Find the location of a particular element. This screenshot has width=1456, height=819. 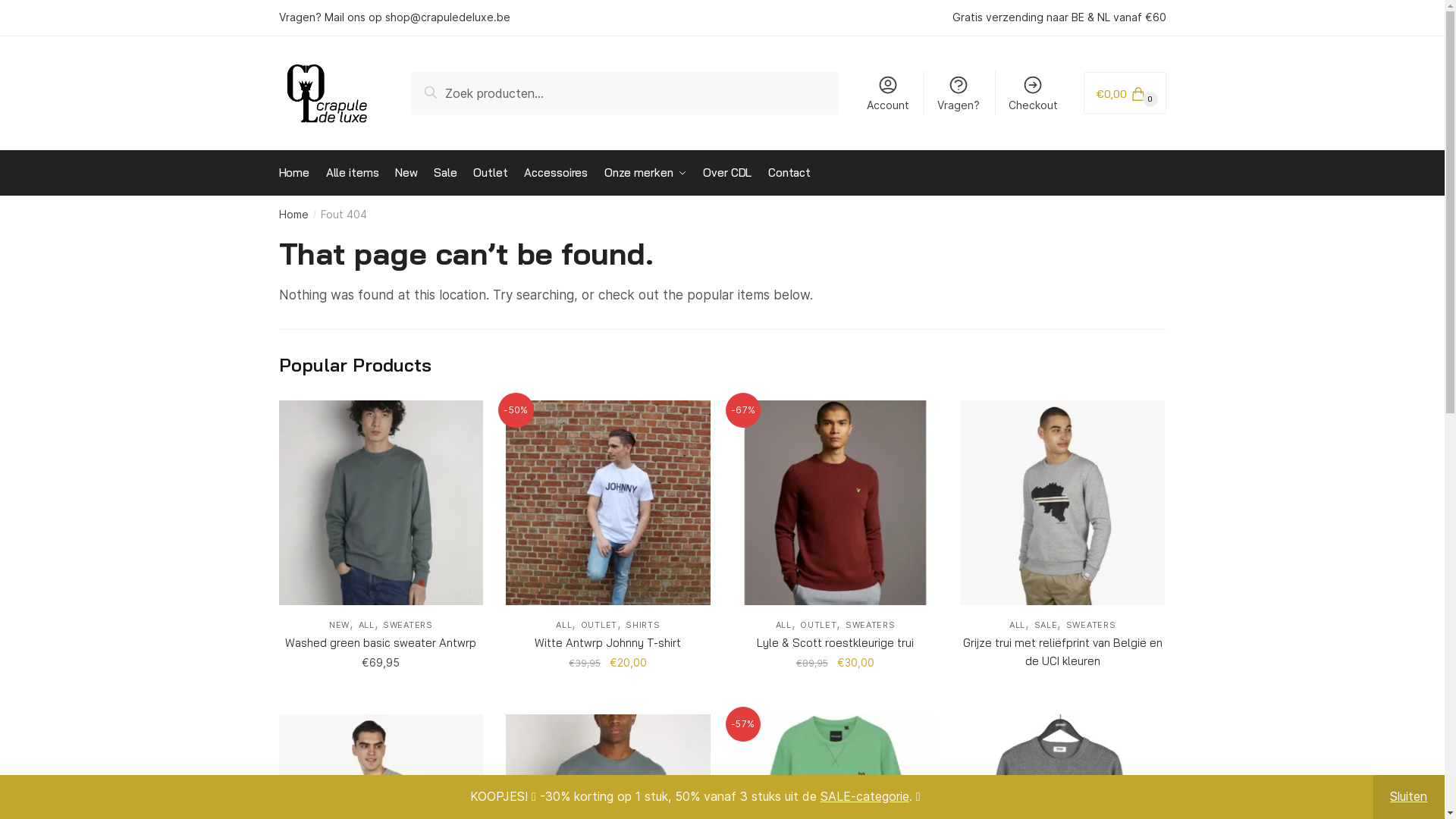

'Home' is located at coordinates (298, 171).